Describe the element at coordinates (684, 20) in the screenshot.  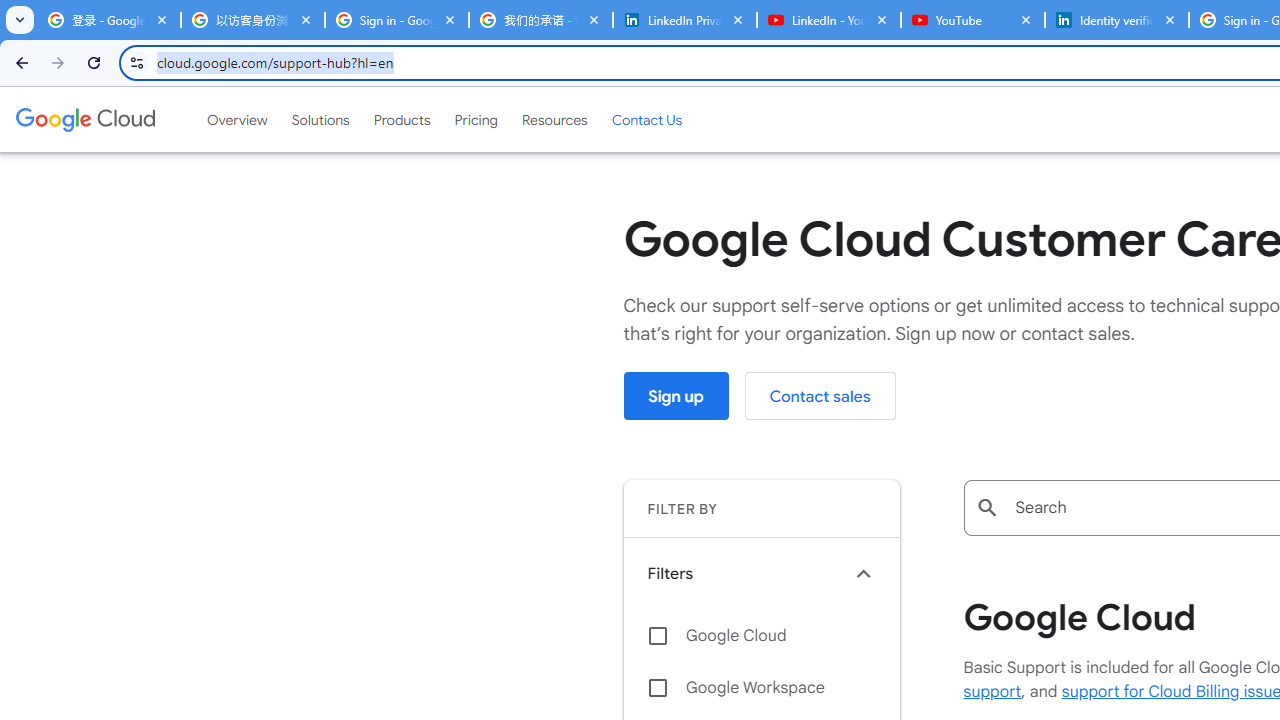
I see `'LinkedIn Privacy Policy'` at that location.